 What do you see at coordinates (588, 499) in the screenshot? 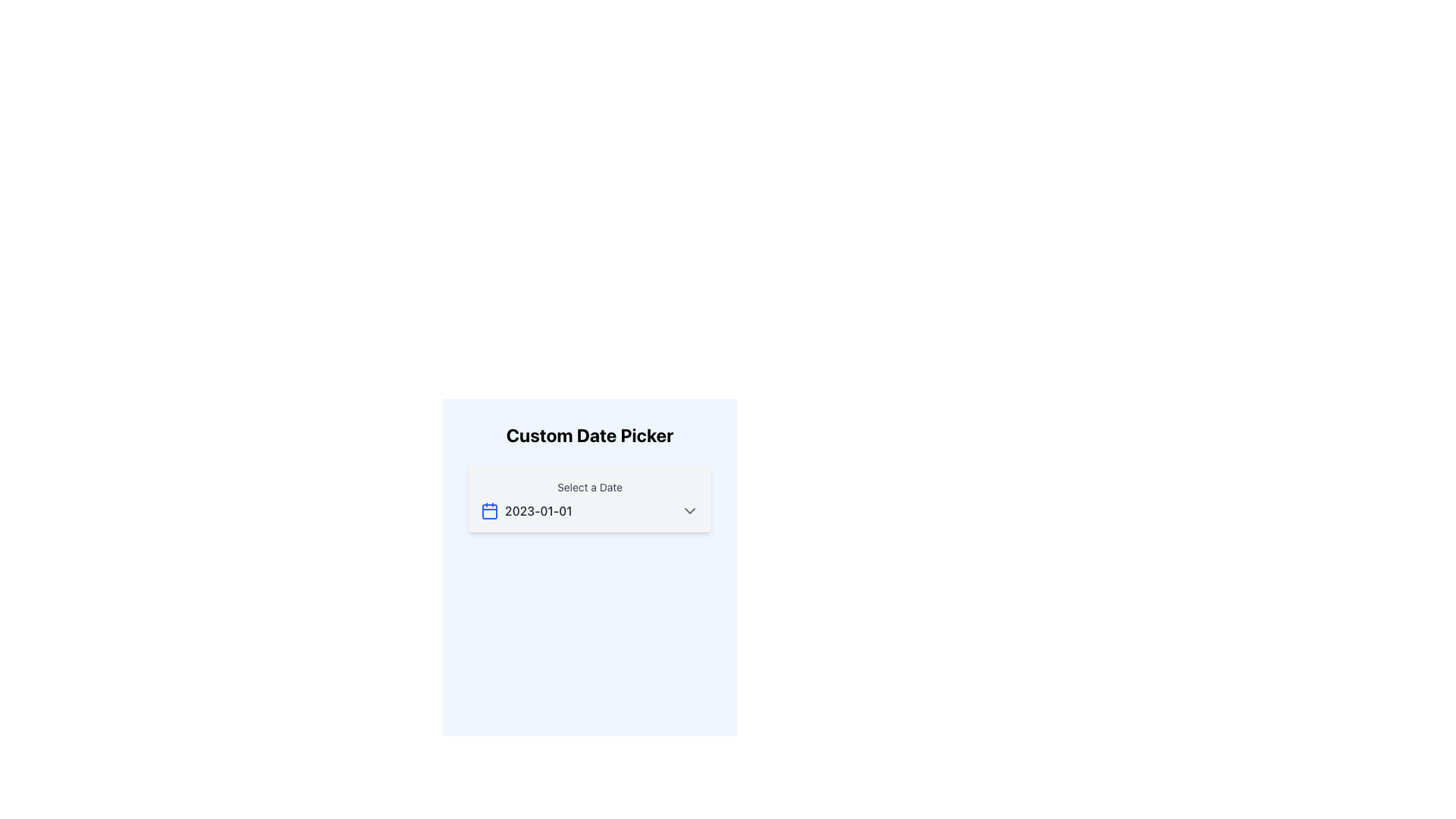
I see `the date picker widget located under the 'Custom Date Picker' title` at bounding box center [588, 499].